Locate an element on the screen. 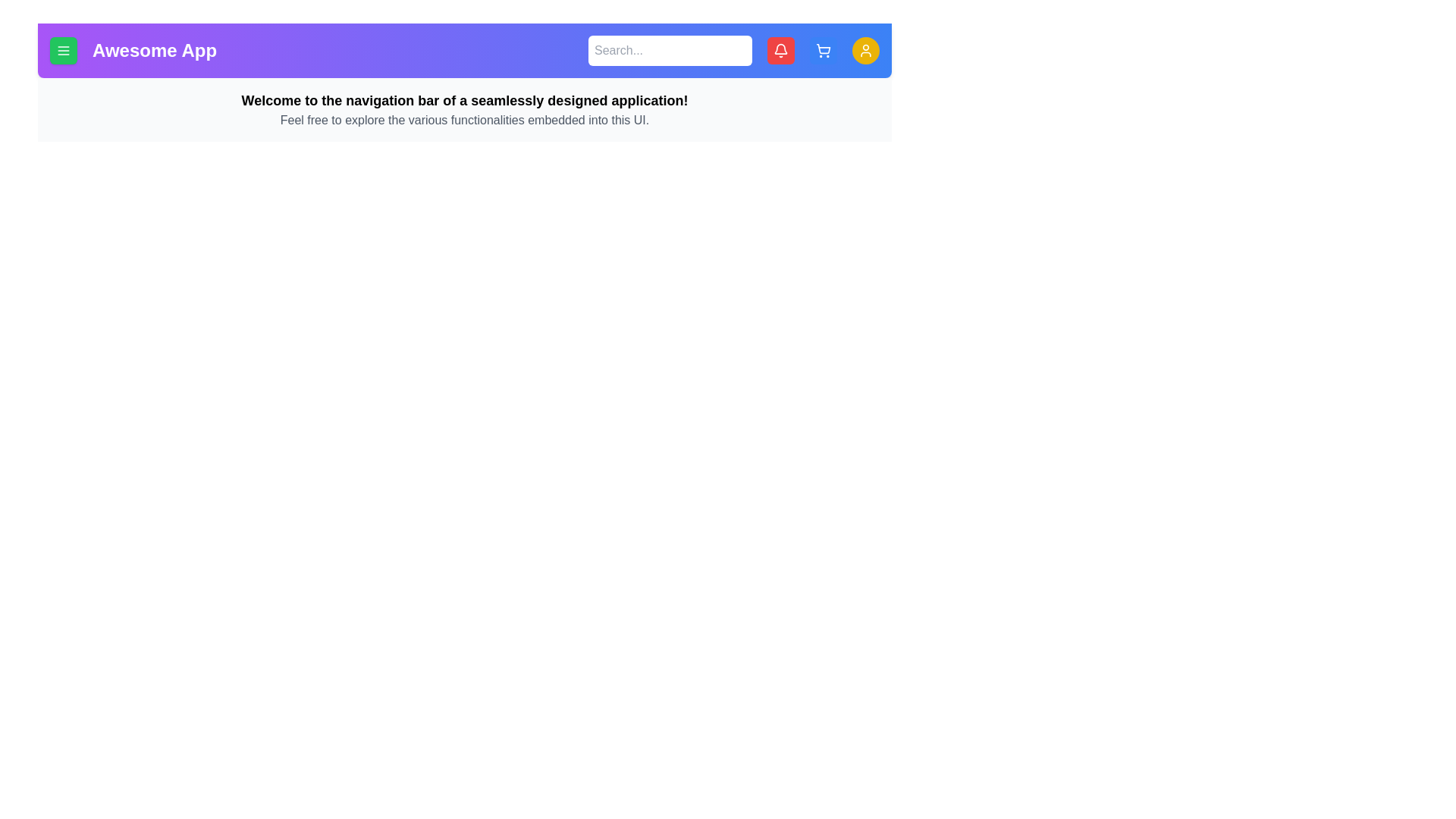 This screenshot has height=819, width=1456. the bell icon button to view notifications is located at coordinates (781, 49).